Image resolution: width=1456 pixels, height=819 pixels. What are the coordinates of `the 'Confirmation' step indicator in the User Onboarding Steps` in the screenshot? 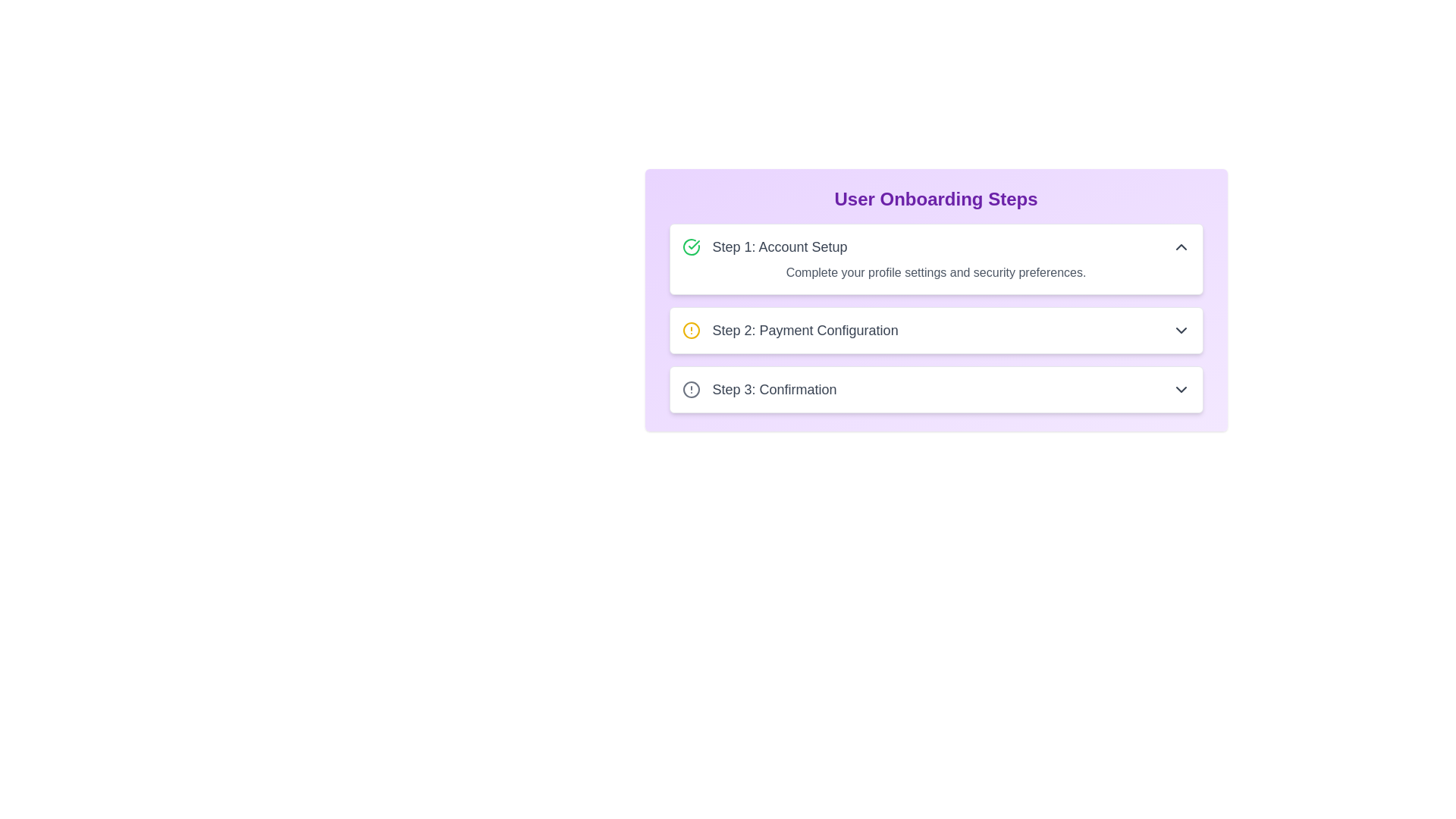 It's located at (935, 388).